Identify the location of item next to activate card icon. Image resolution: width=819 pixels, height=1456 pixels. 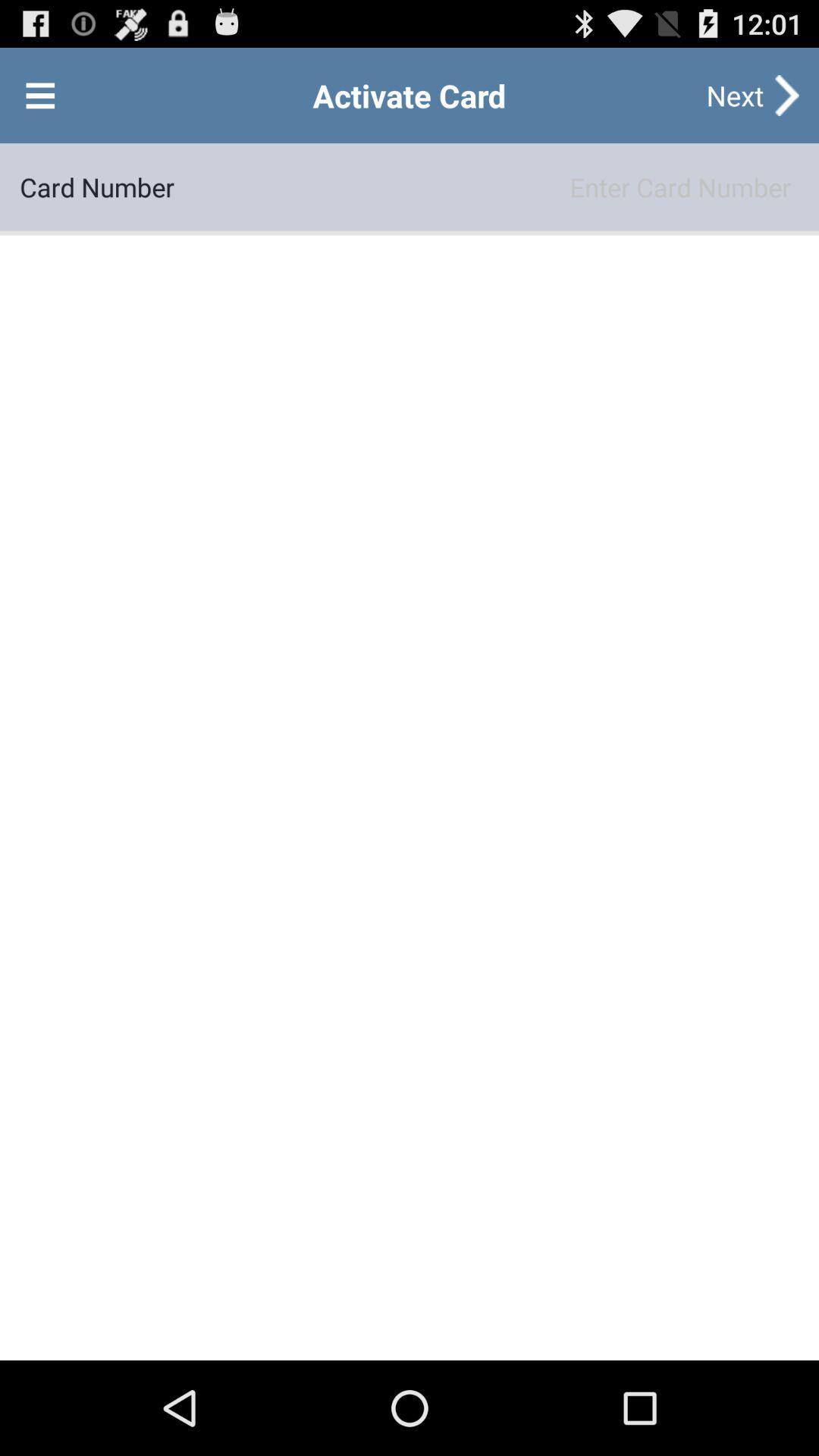
(39, 94).